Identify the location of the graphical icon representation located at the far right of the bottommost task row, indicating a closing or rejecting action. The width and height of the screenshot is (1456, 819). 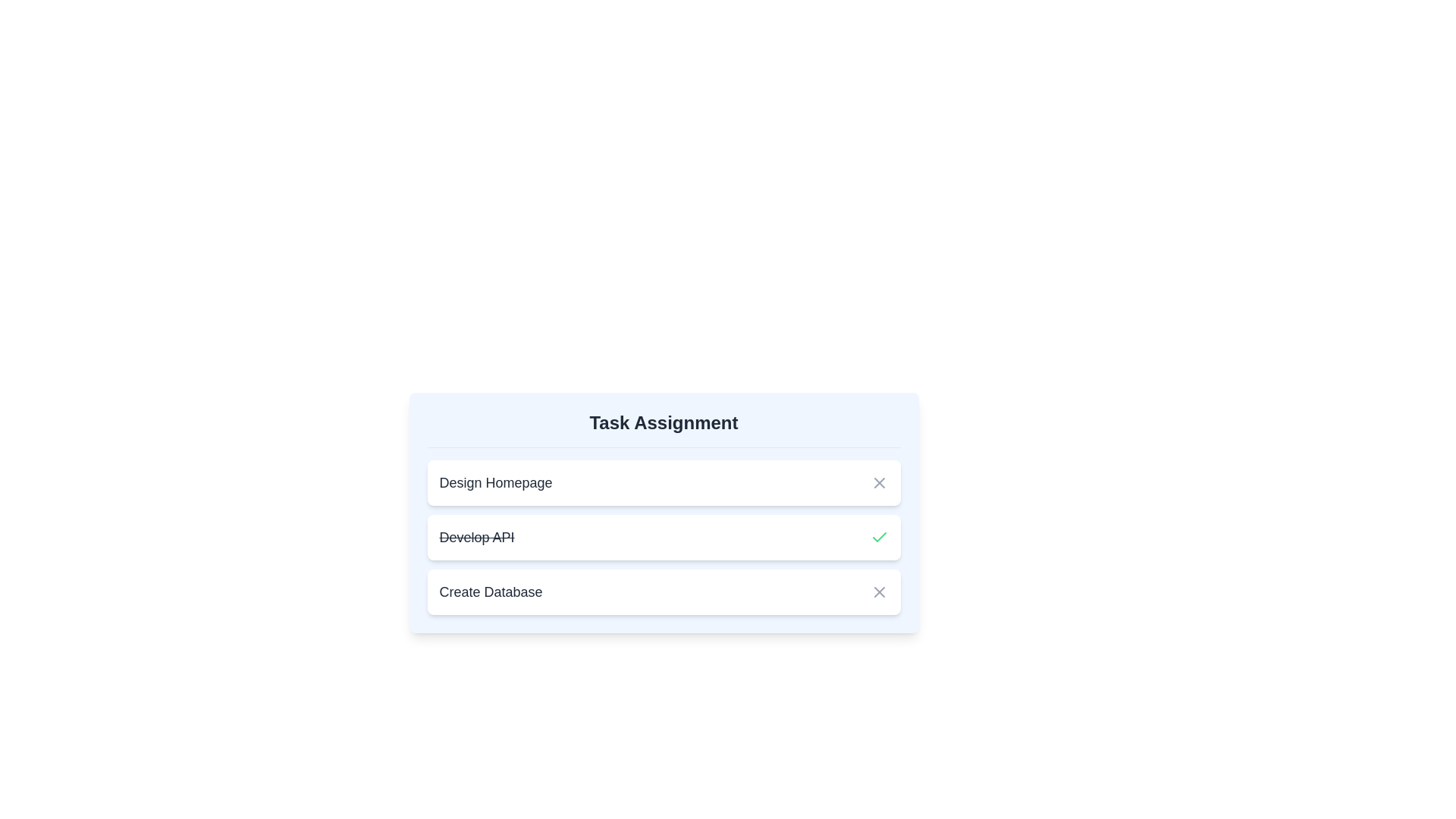
(879, 591).